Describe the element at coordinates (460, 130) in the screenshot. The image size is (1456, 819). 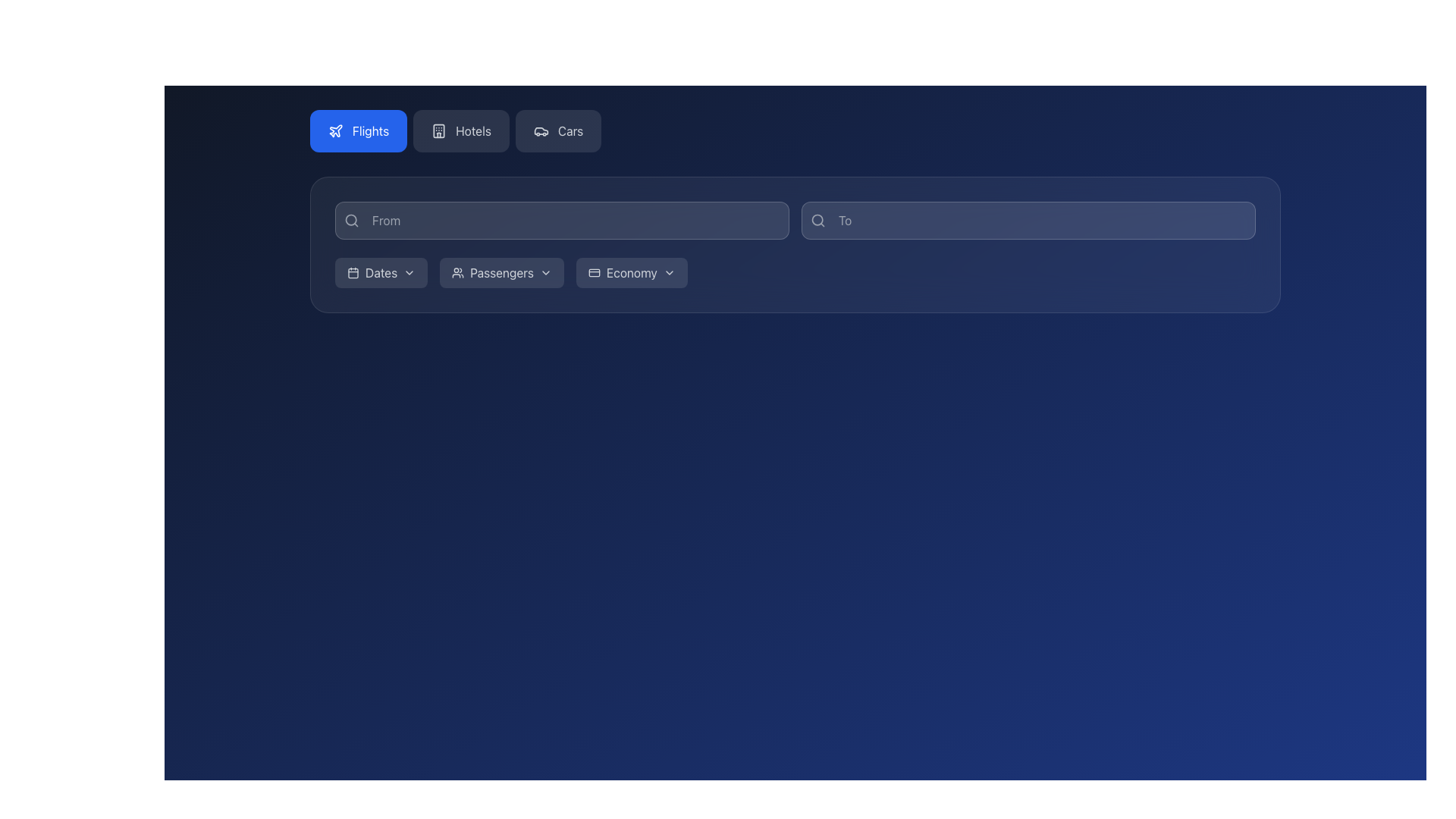
I see `the second navigation button that switches to the Hotels section of the application` at that location.